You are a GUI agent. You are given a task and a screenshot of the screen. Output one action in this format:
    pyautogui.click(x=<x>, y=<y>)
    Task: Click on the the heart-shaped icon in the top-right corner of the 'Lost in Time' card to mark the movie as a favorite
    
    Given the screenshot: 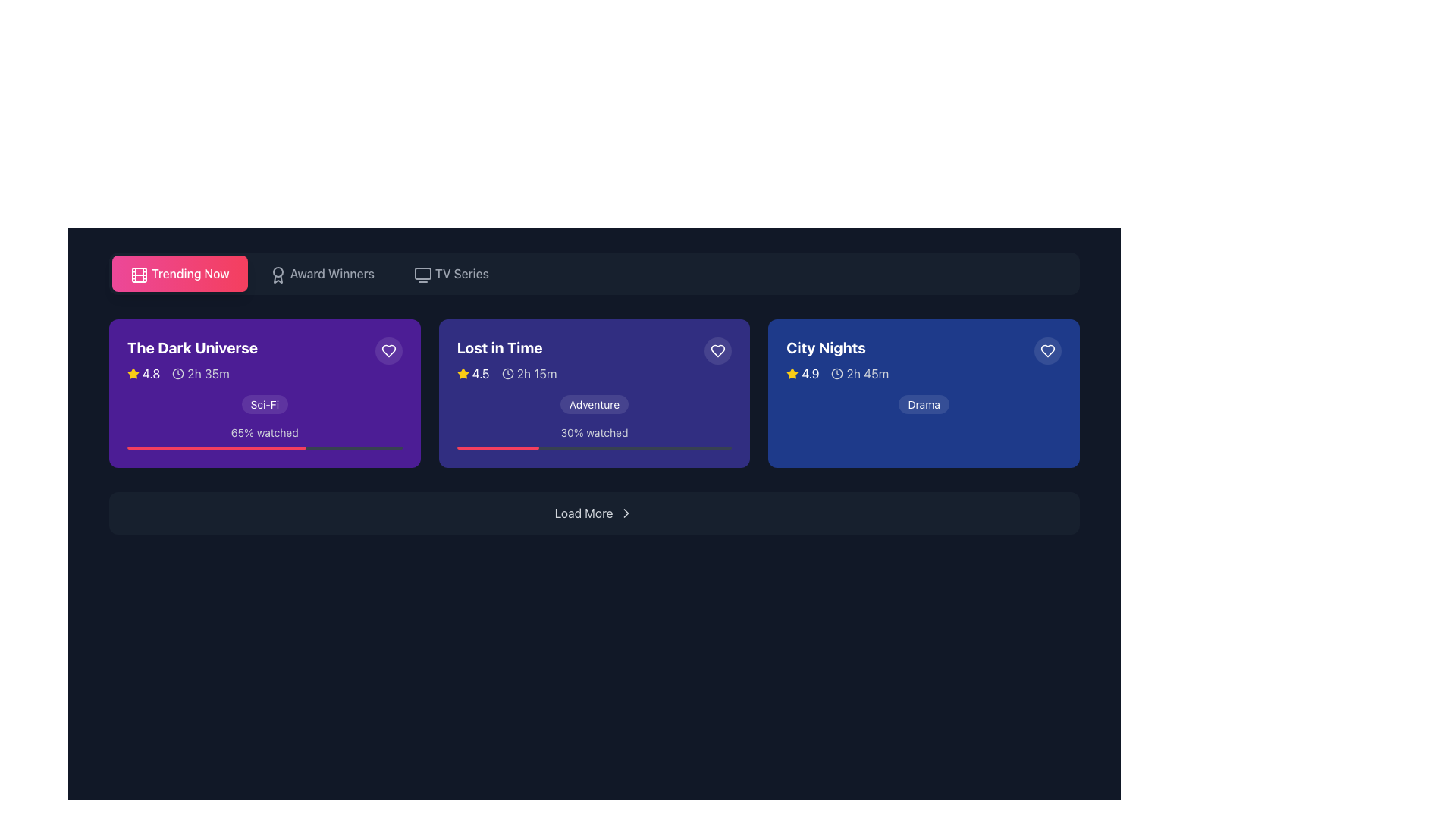 What is the action you would take?
    pyautogui.click(x=717, y=350)
    